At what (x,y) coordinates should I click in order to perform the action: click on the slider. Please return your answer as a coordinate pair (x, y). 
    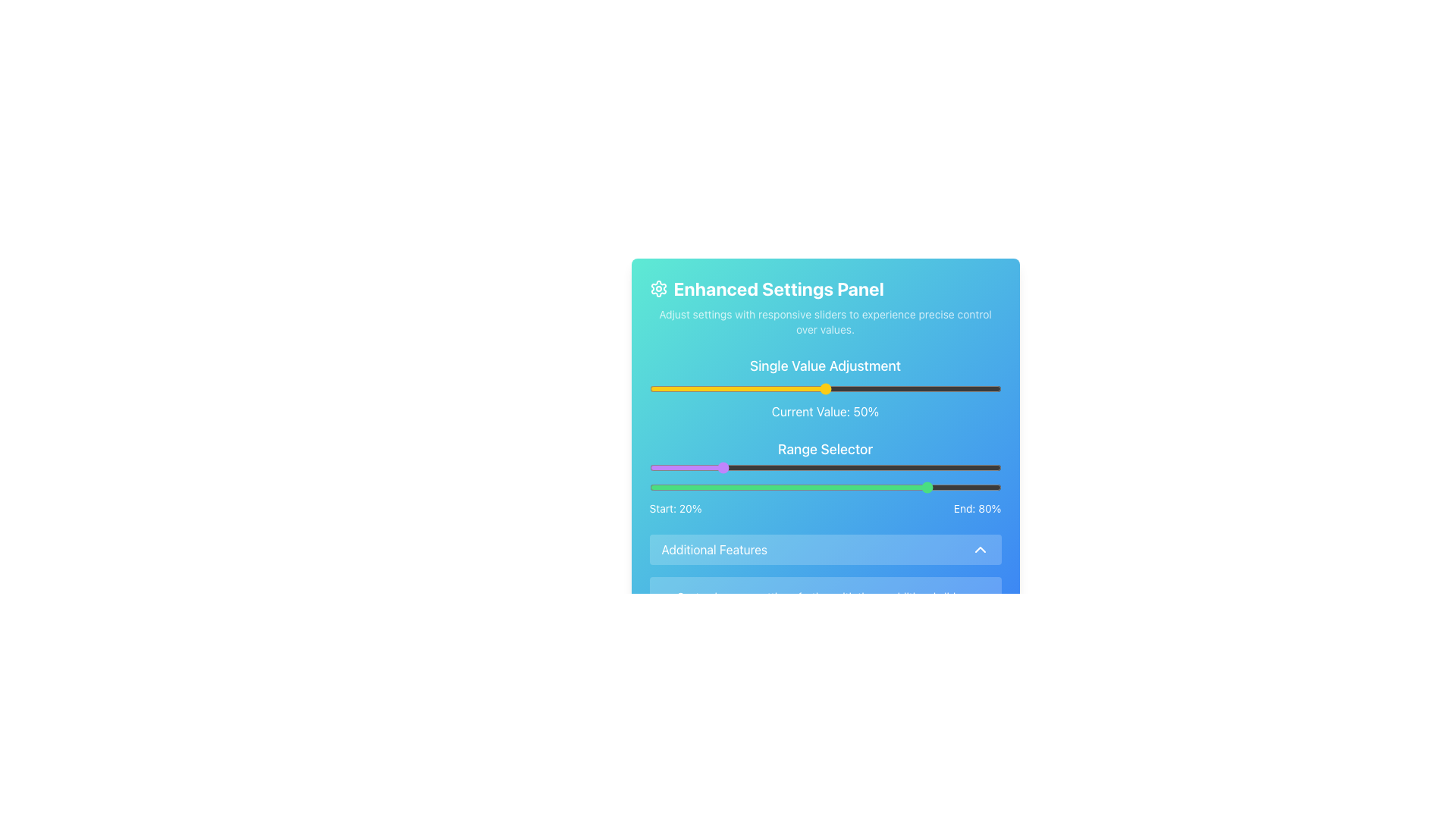
    Looking at the image, I should click on (660, 388).